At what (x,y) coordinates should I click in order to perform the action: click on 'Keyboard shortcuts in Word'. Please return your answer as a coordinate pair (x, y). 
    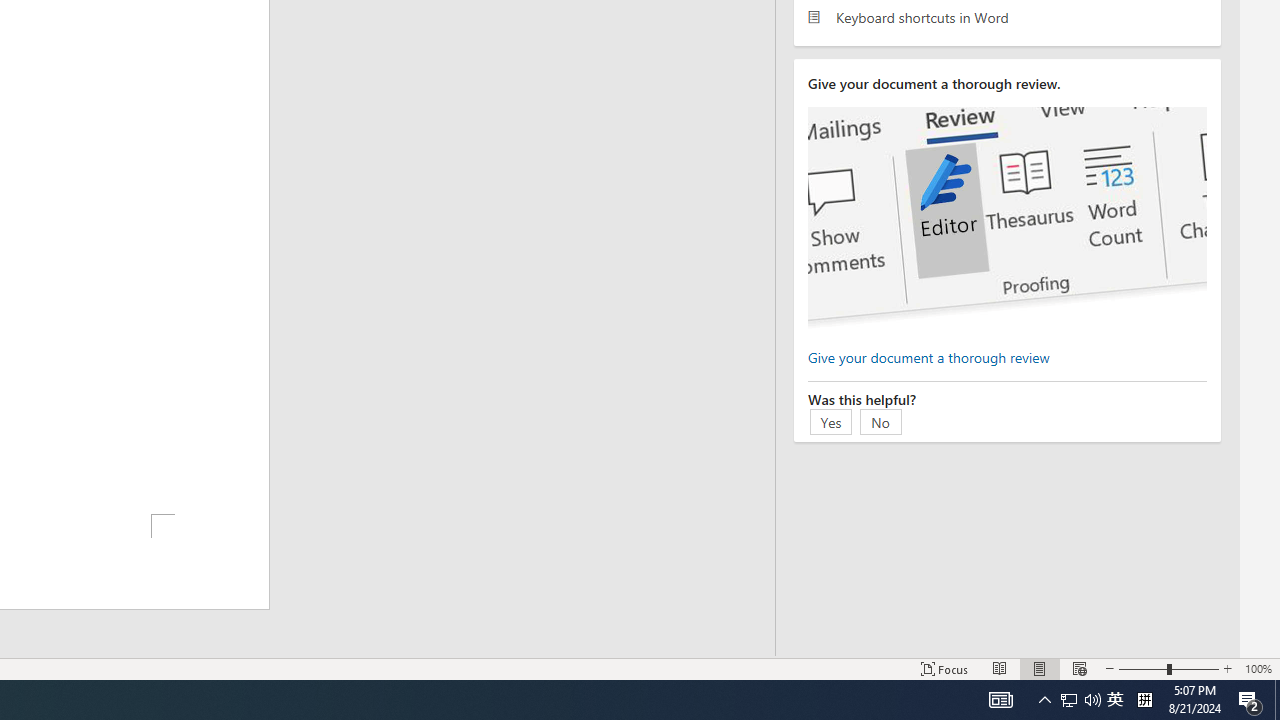
    Looking at the image, I should click on (1007, 17).